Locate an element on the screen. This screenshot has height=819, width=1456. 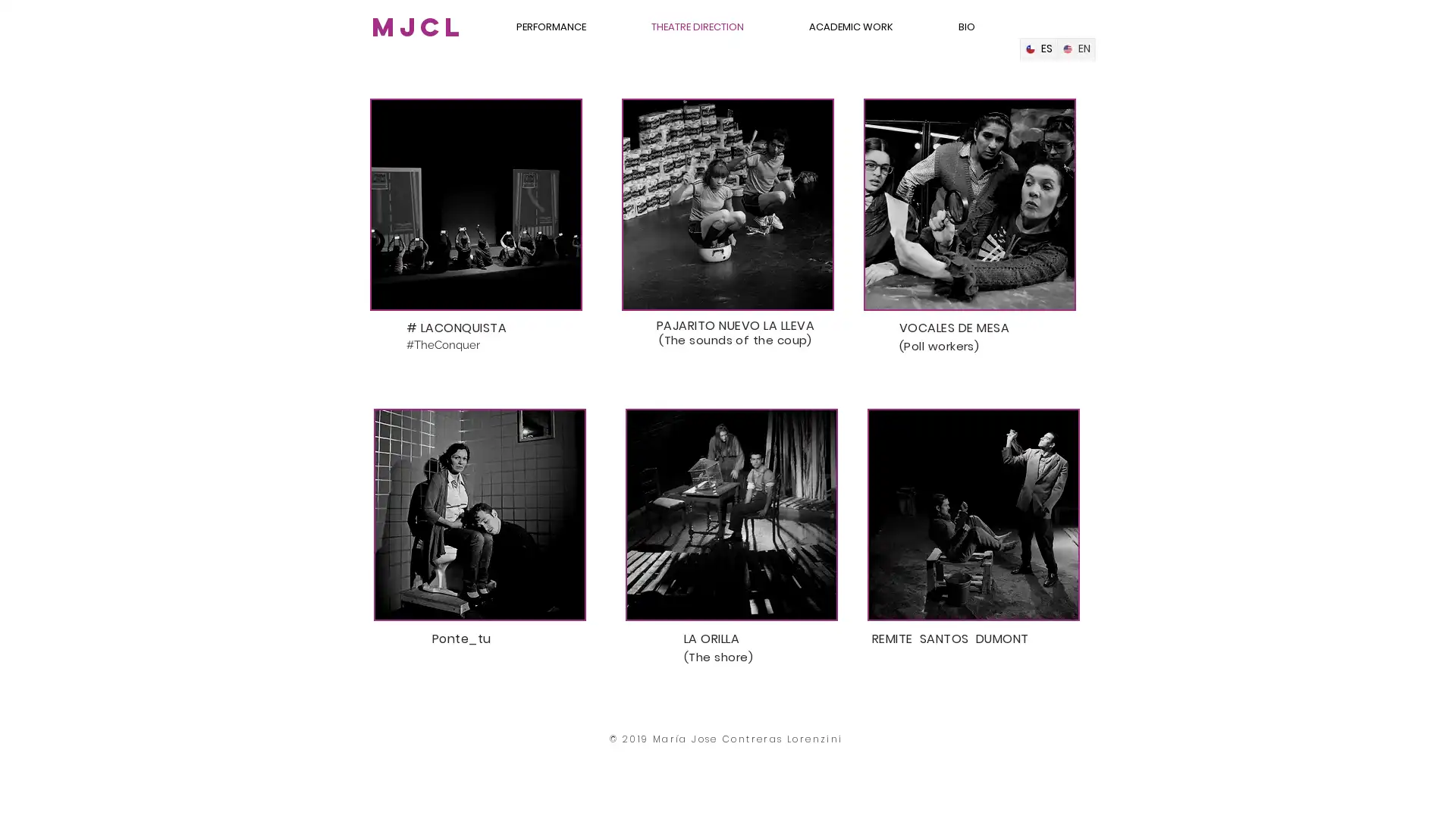
English is located at coordinates (1075, 49).